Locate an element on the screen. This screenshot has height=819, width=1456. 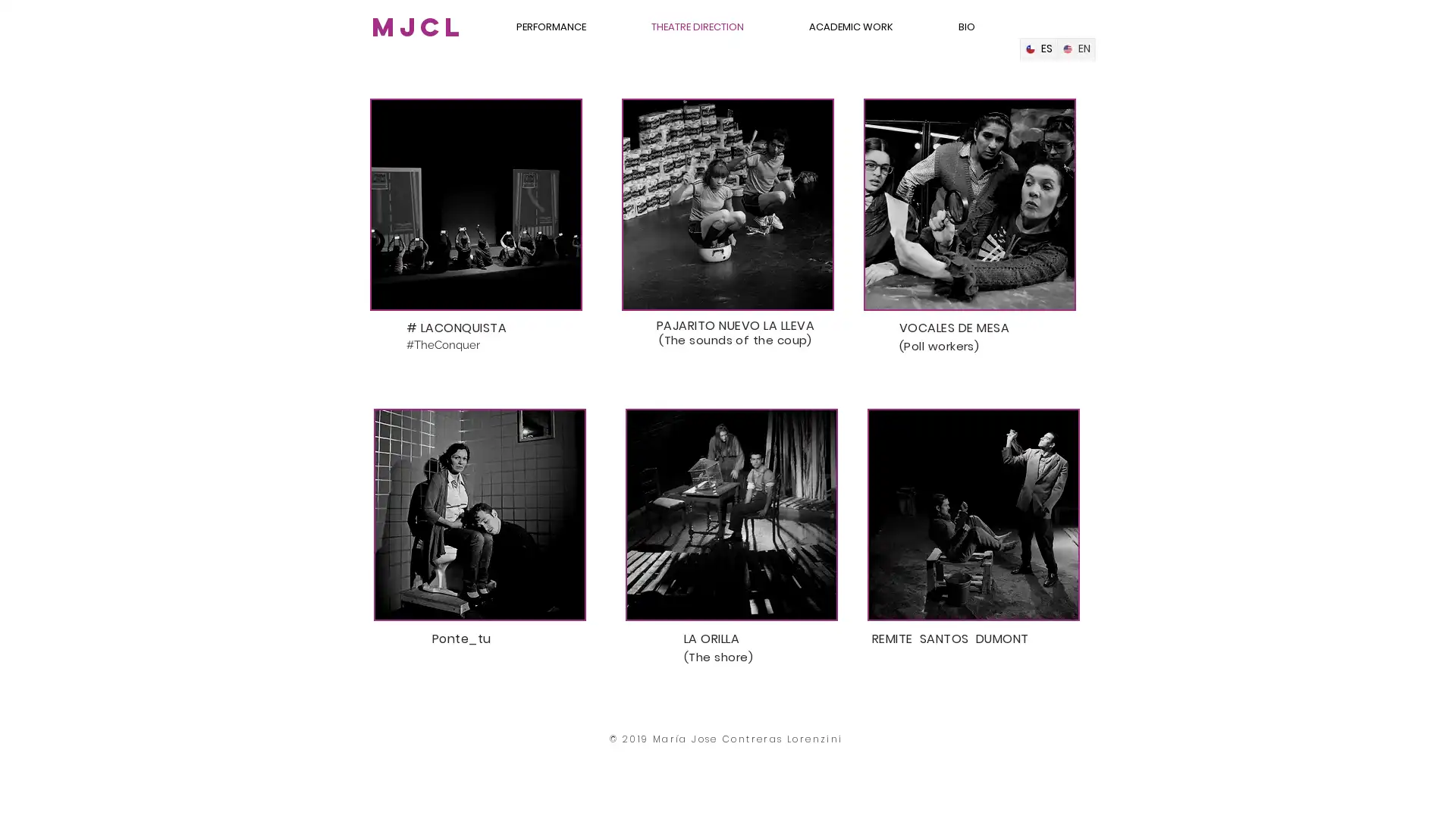
English is located at coordinates (1075, 49).